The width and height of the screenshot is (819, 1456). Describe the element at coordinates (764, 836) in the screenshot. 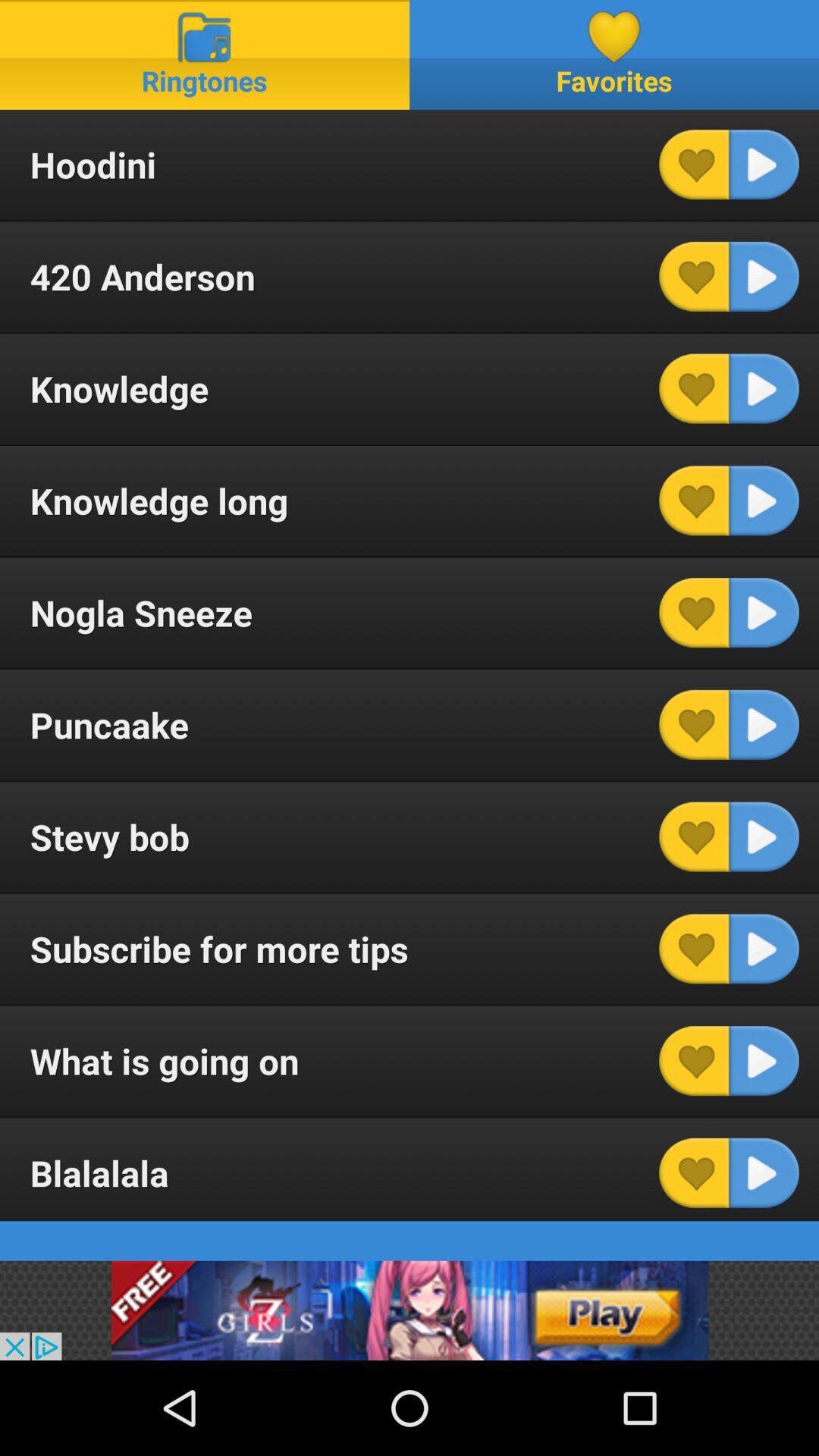

I see `ringtone` at that location.